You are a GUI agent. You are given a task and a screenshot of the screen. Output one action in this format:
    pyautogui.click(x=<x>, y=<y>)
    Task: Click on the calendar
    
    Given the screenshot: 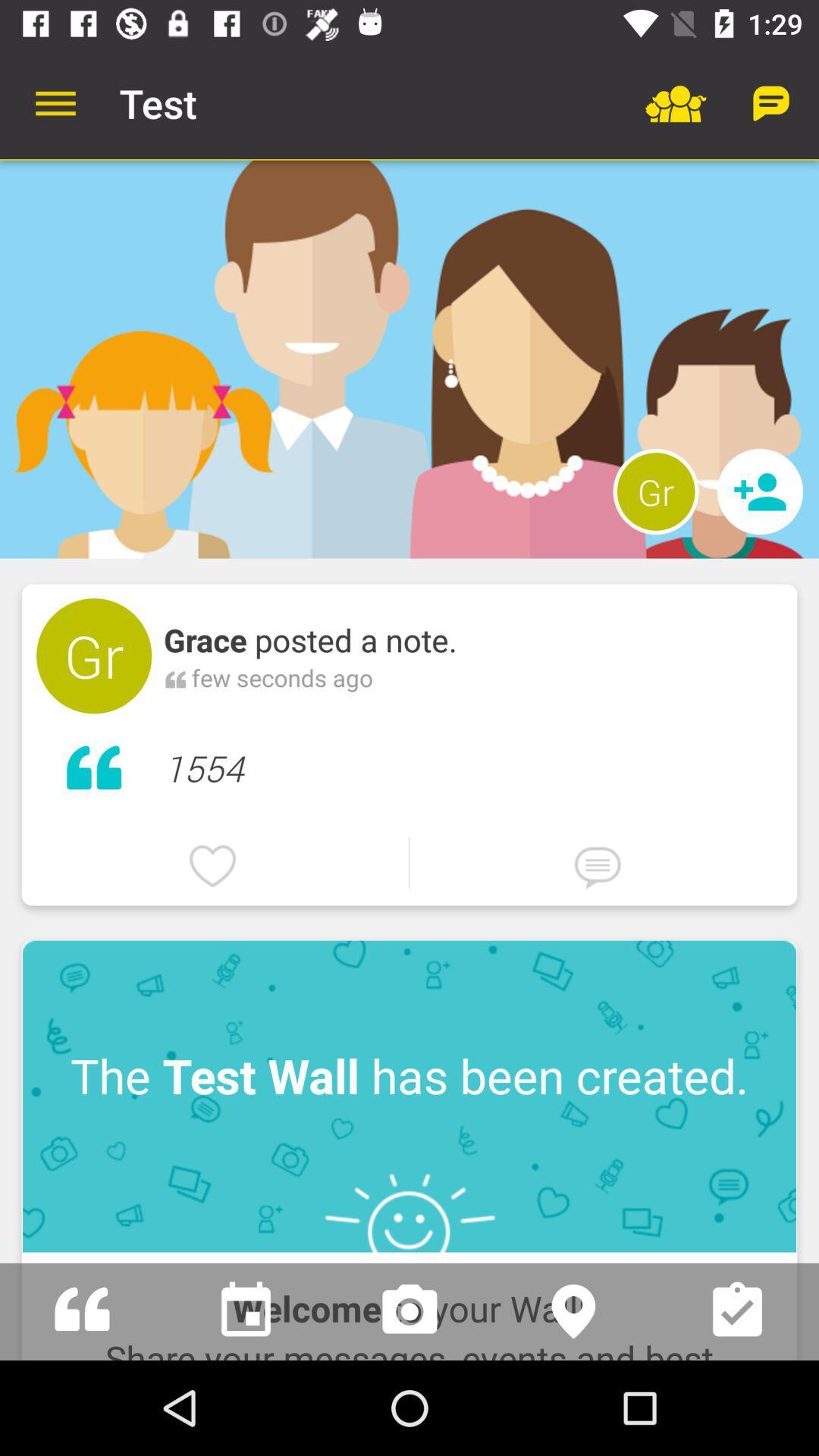 What is the action you would take?
    pyautogui.click(x=245, y=1310)
    